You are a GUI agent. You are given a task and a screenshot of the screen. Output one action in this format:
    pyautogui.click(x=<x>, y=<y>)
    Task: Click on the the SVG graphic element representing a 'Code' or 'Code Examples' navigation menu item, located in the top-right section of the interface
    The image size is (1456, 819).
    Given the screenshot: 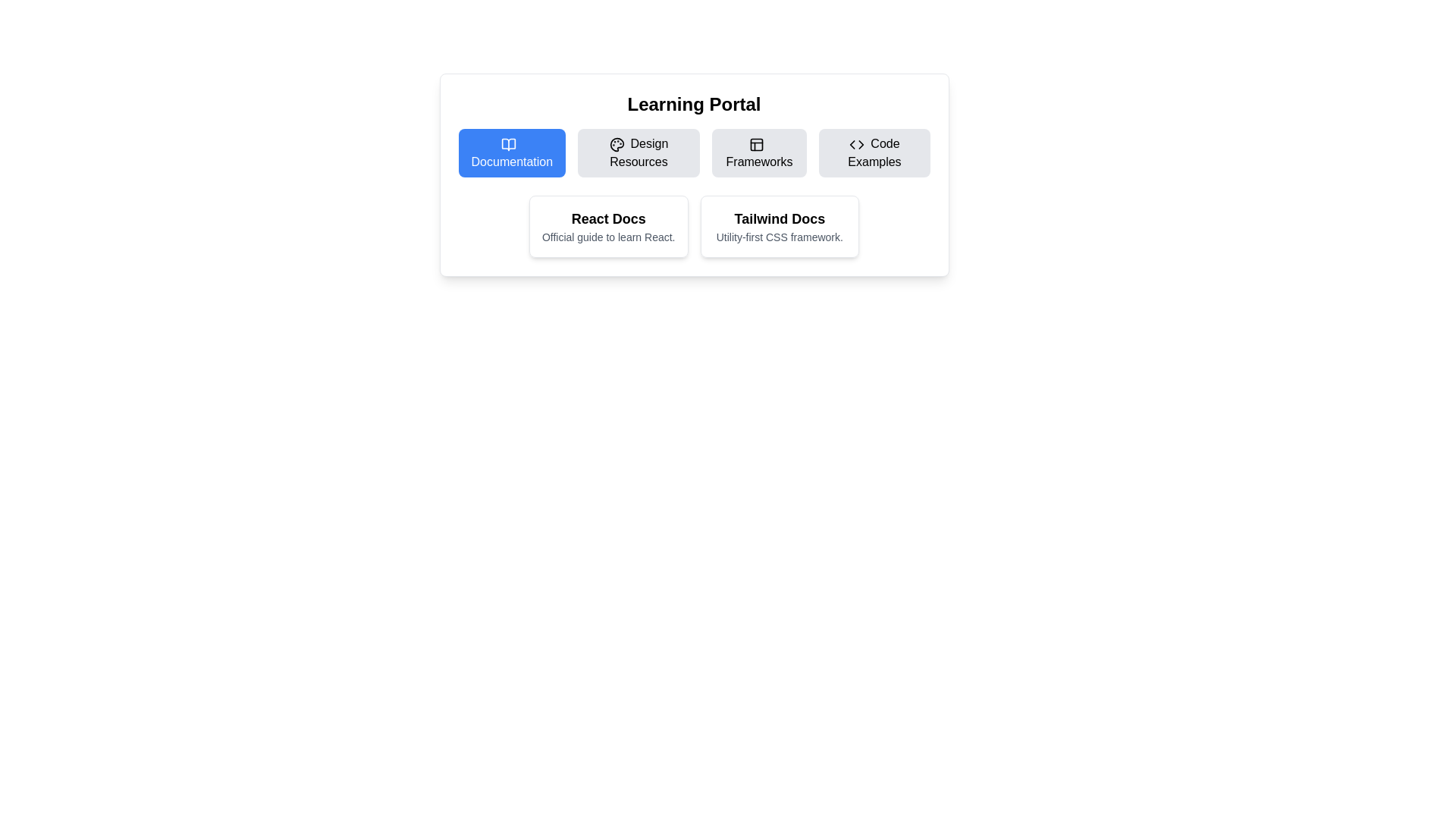 What is the action you would take?
    pyautogui.click(x=861, y=144)
    